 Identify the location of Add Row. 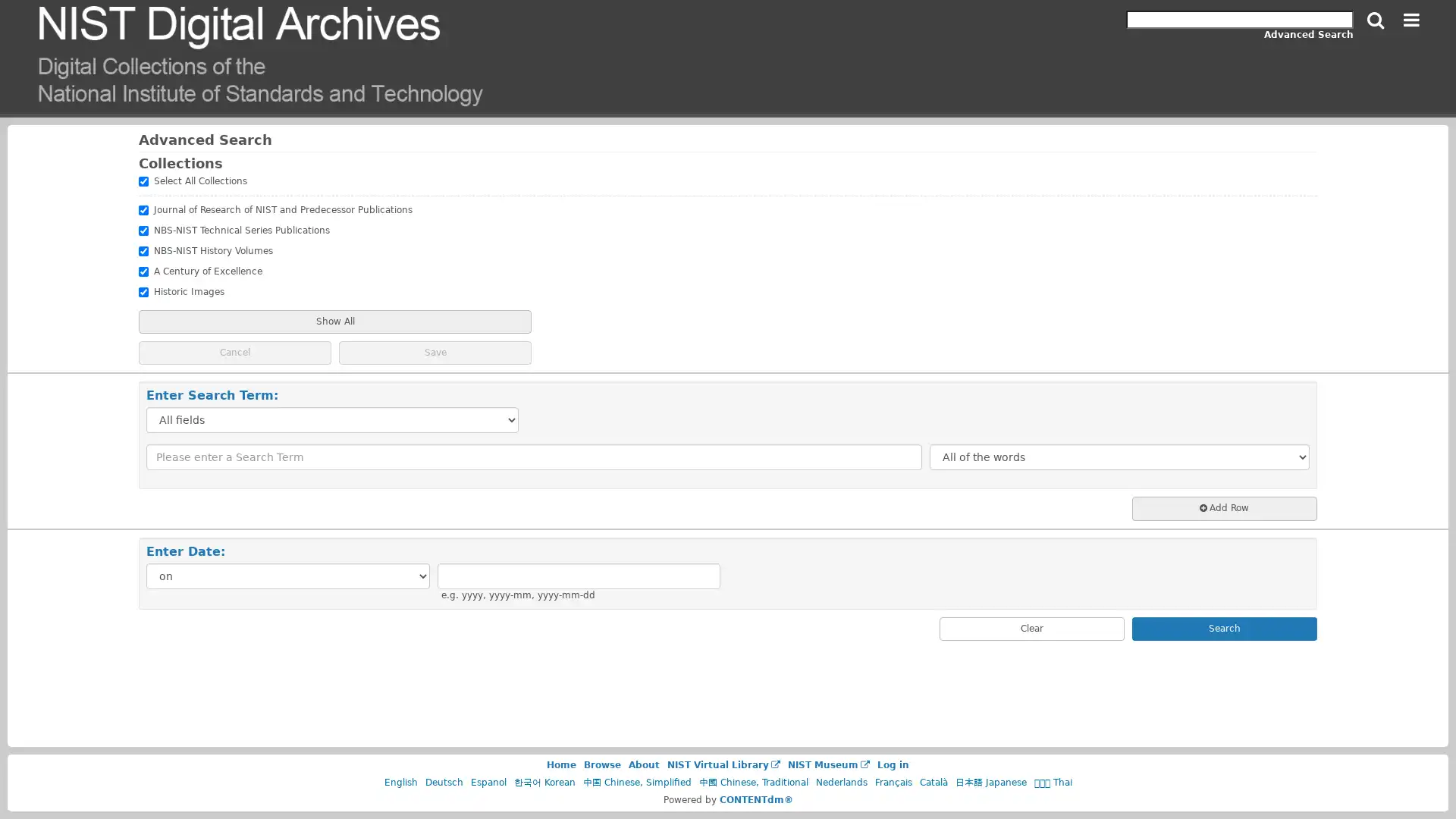
(1223, 508).